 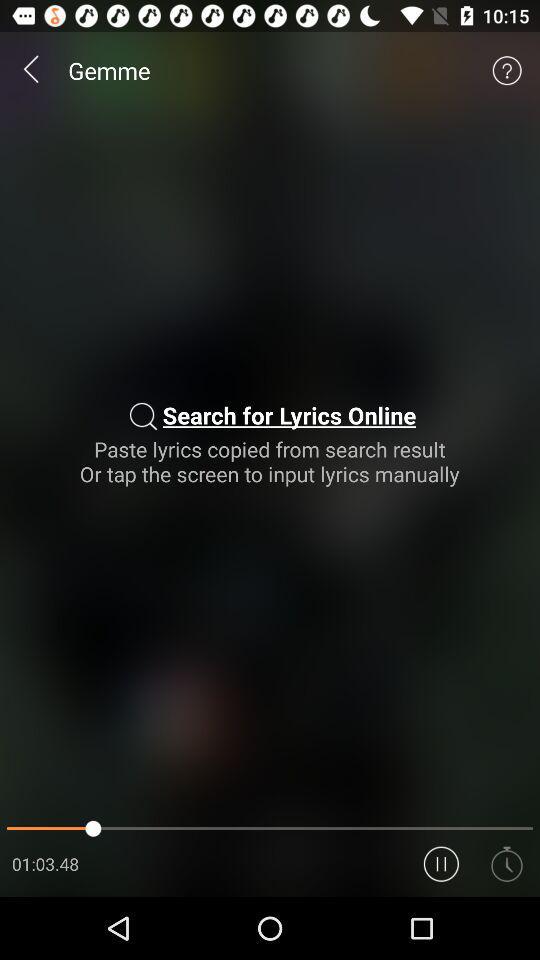 I want to click on the arrow_backward icon, so click(x=31, y=75).